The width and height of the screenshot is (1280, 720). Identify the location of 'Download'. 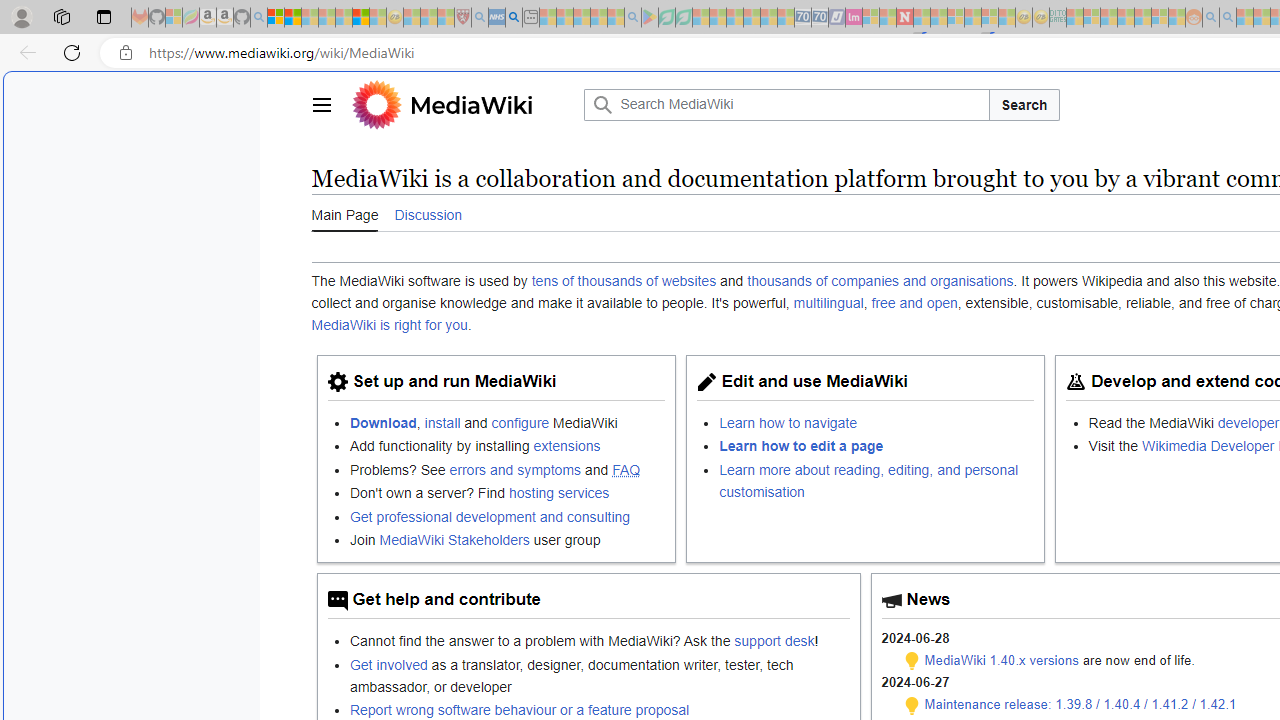
(383, 421).